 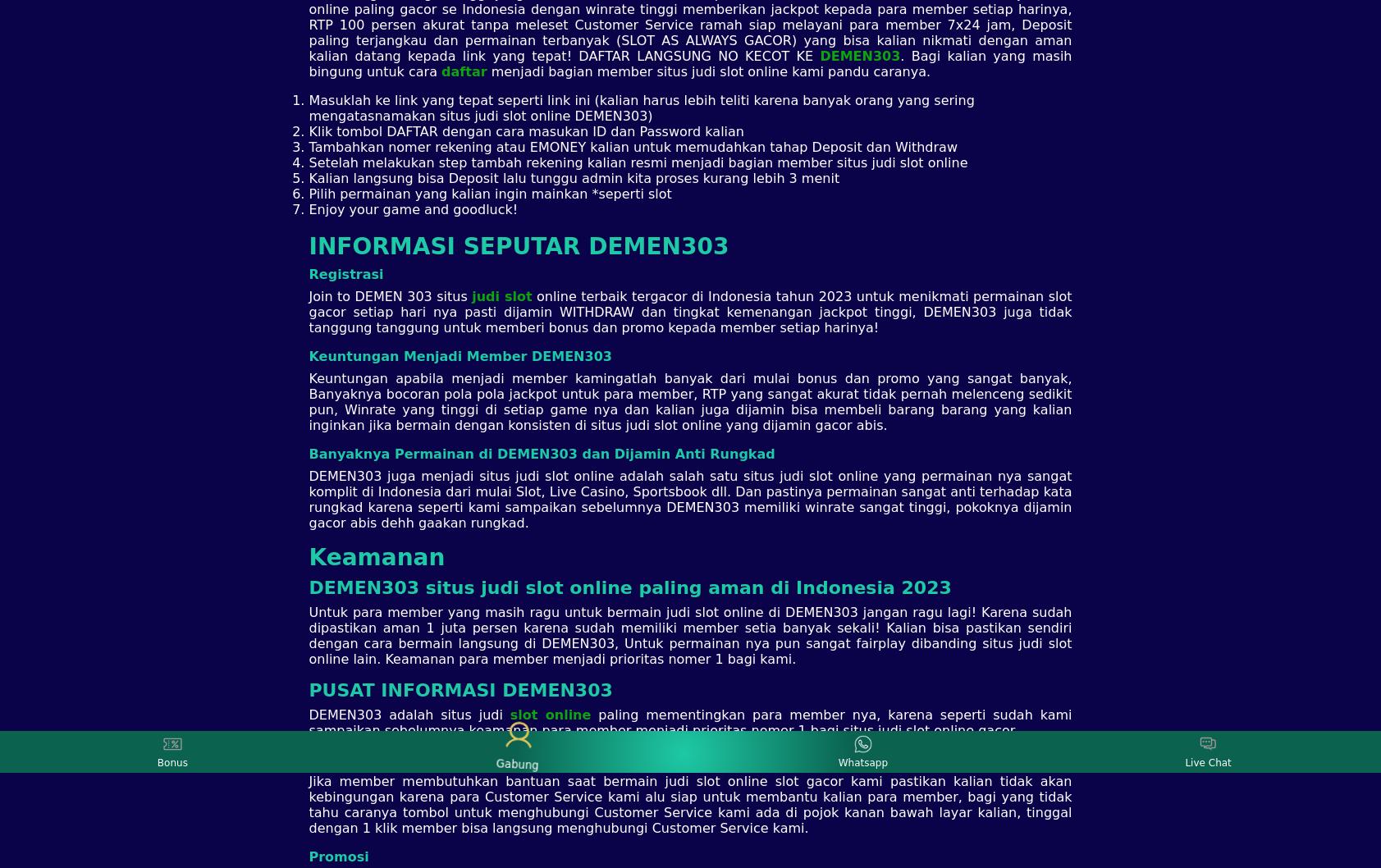 I want to click on 'daftar', so click(x=463, y=71).